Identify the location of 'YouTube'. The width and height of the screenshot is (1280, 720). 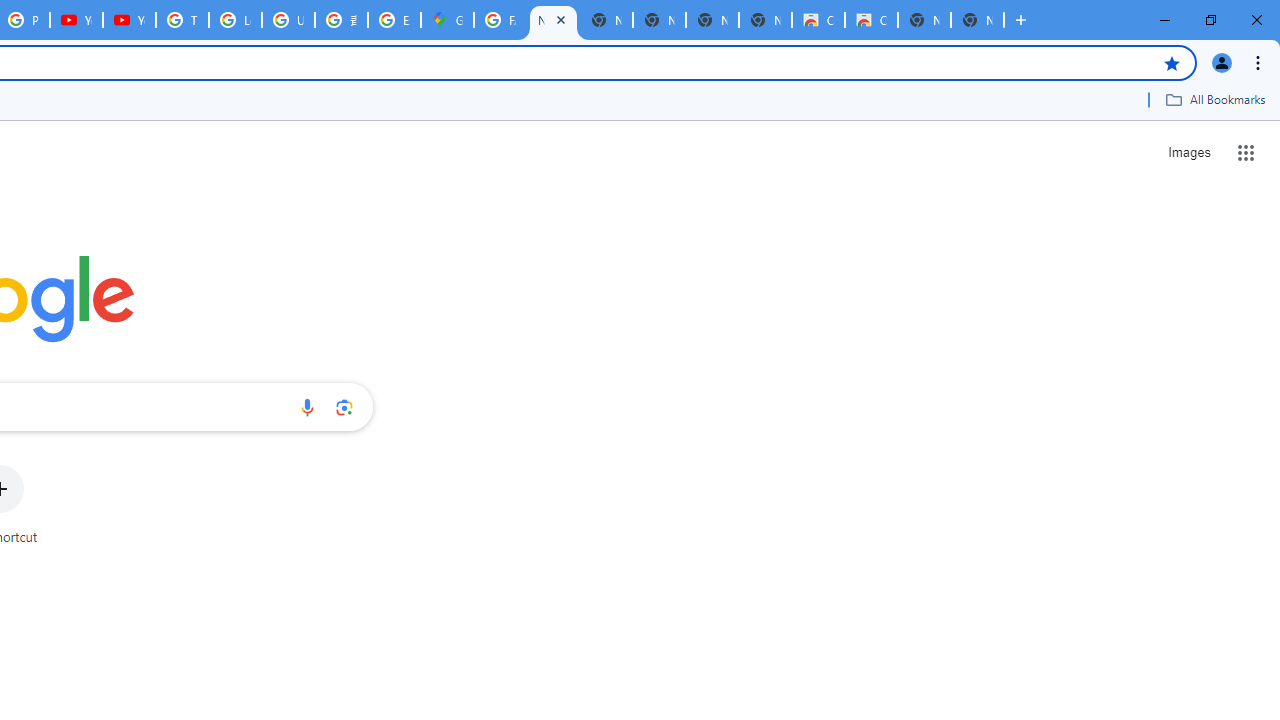
(128, 20).